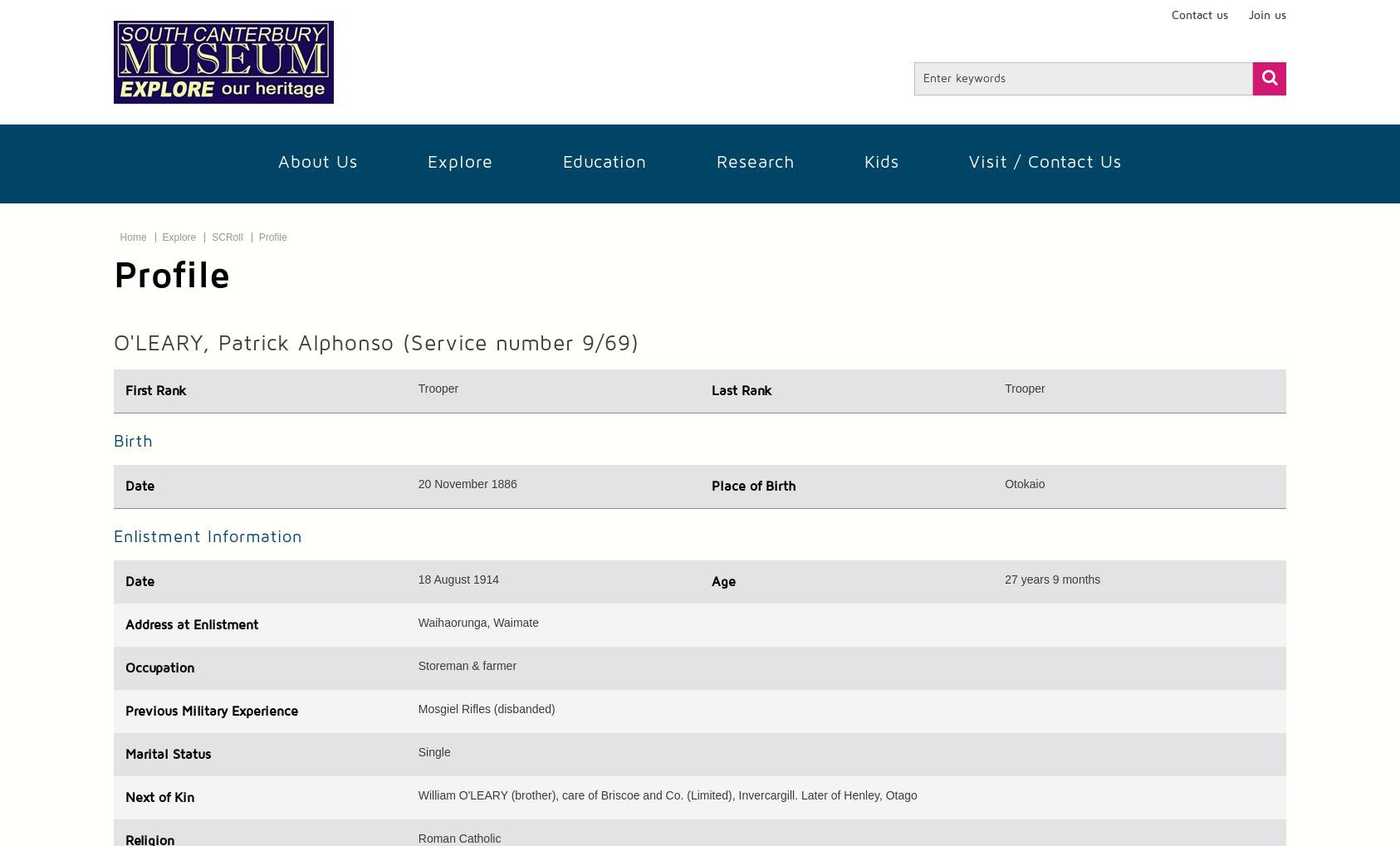  Describe the element at coordinates (467, 665) in the screenshot. I see `'Storeman & farmer'` at that location.